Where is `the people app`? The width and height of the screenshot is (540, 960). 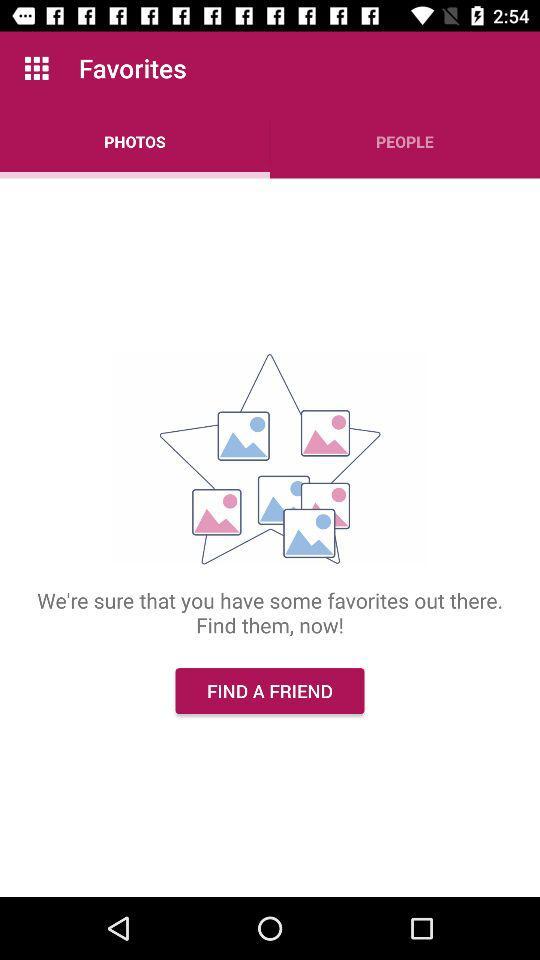
the people app is located at coordinates (405, 140).